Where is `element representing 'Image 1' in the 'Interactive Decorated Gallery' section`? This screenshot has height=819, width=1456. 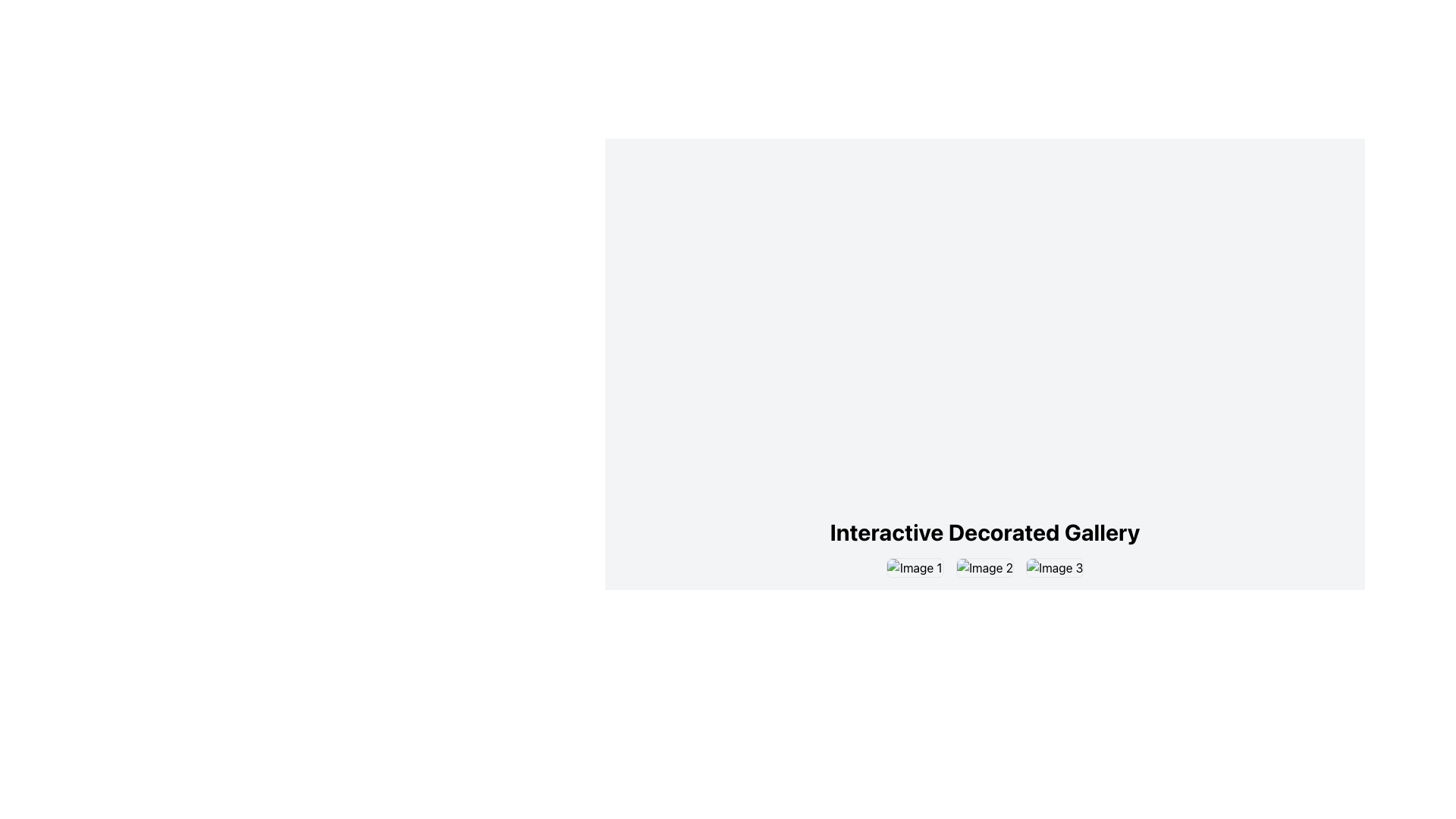
element representing 'Image 1' in the 'Interactive Decorated Gallery' section is located at coordinates (914, 567).